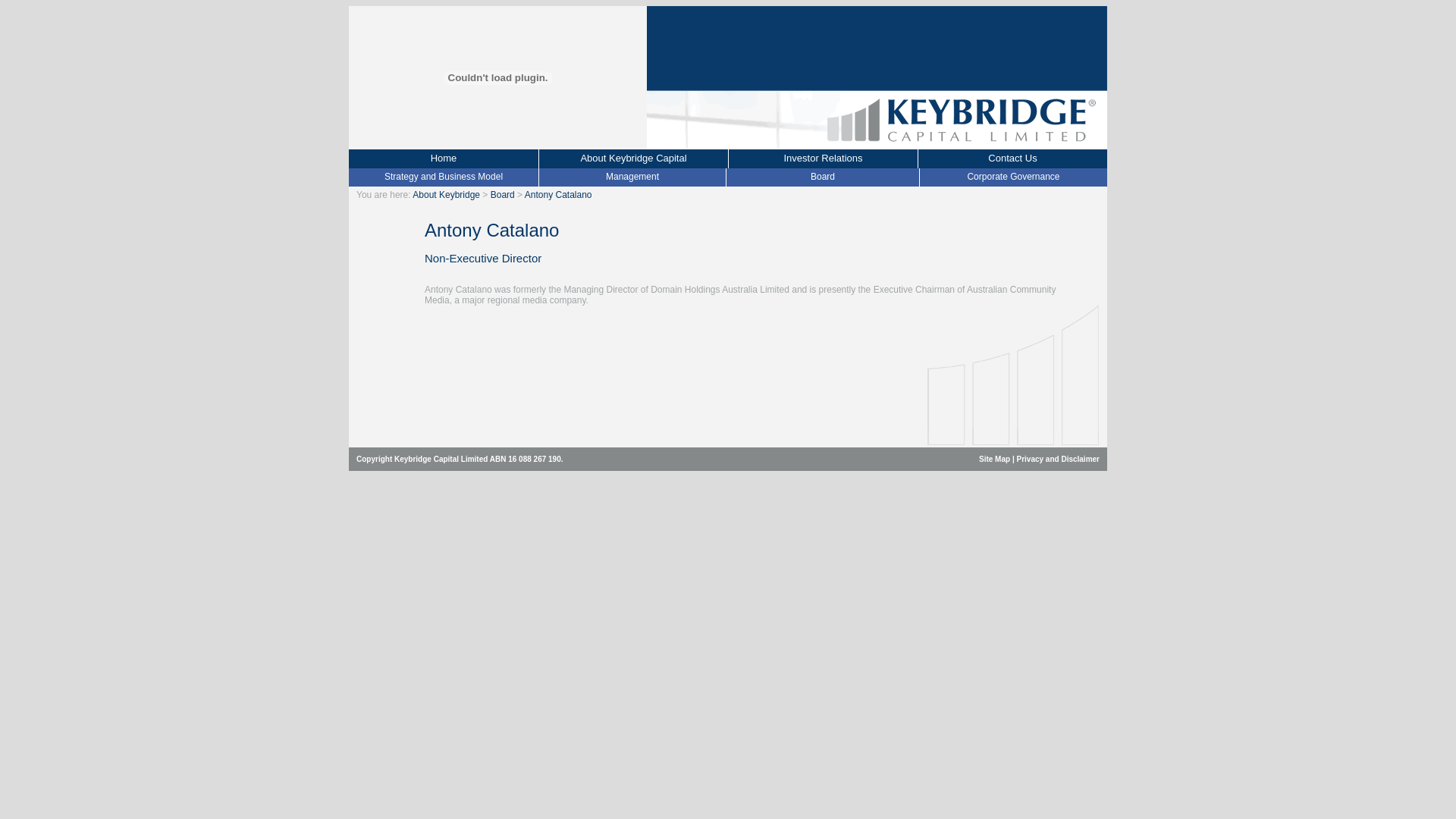  I want to click on 'Contact Us', so click(1012, 158).